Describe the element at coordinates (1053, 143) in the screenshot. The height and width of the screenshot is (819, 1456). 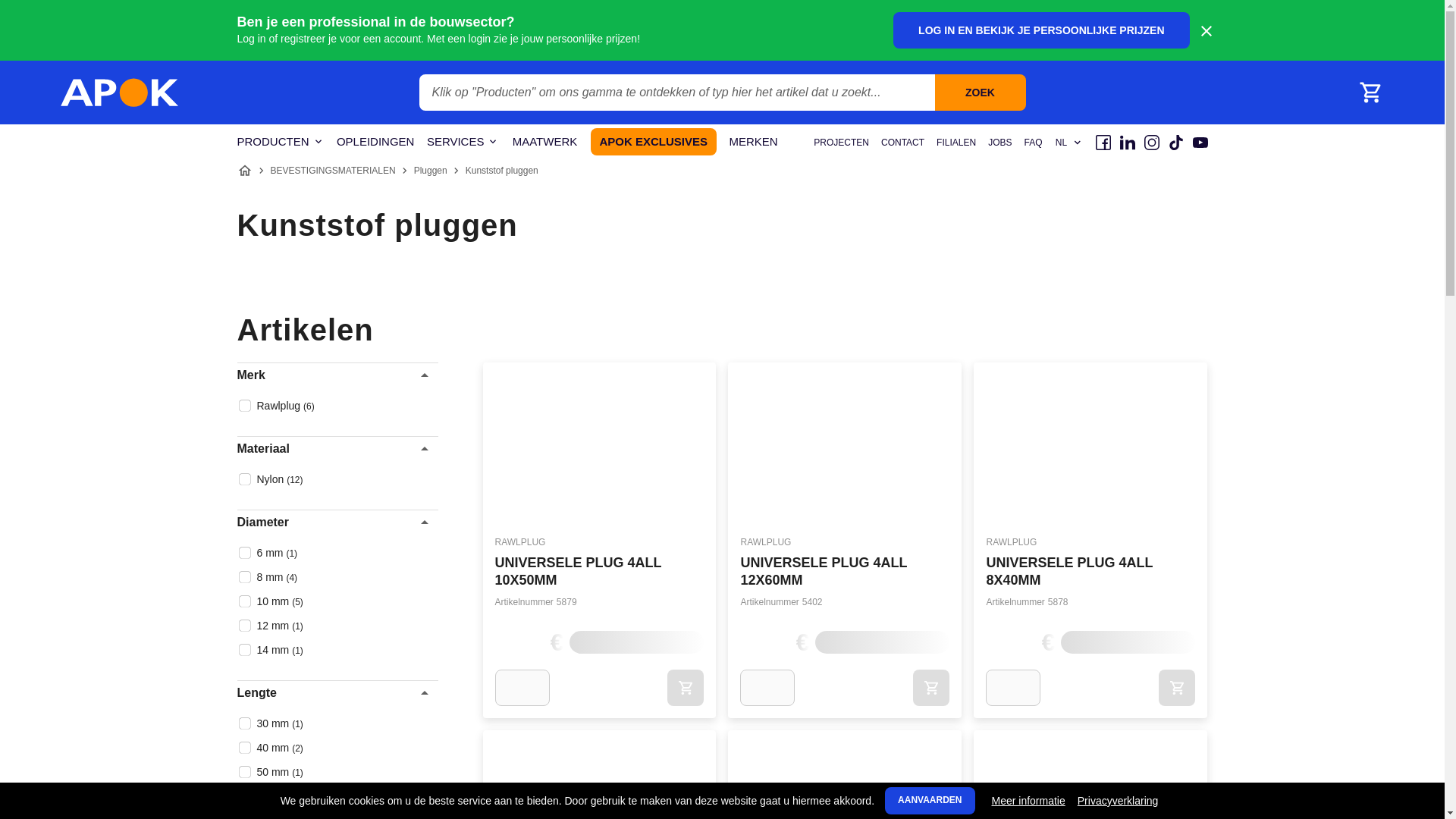
I see `'NL'` at that location.